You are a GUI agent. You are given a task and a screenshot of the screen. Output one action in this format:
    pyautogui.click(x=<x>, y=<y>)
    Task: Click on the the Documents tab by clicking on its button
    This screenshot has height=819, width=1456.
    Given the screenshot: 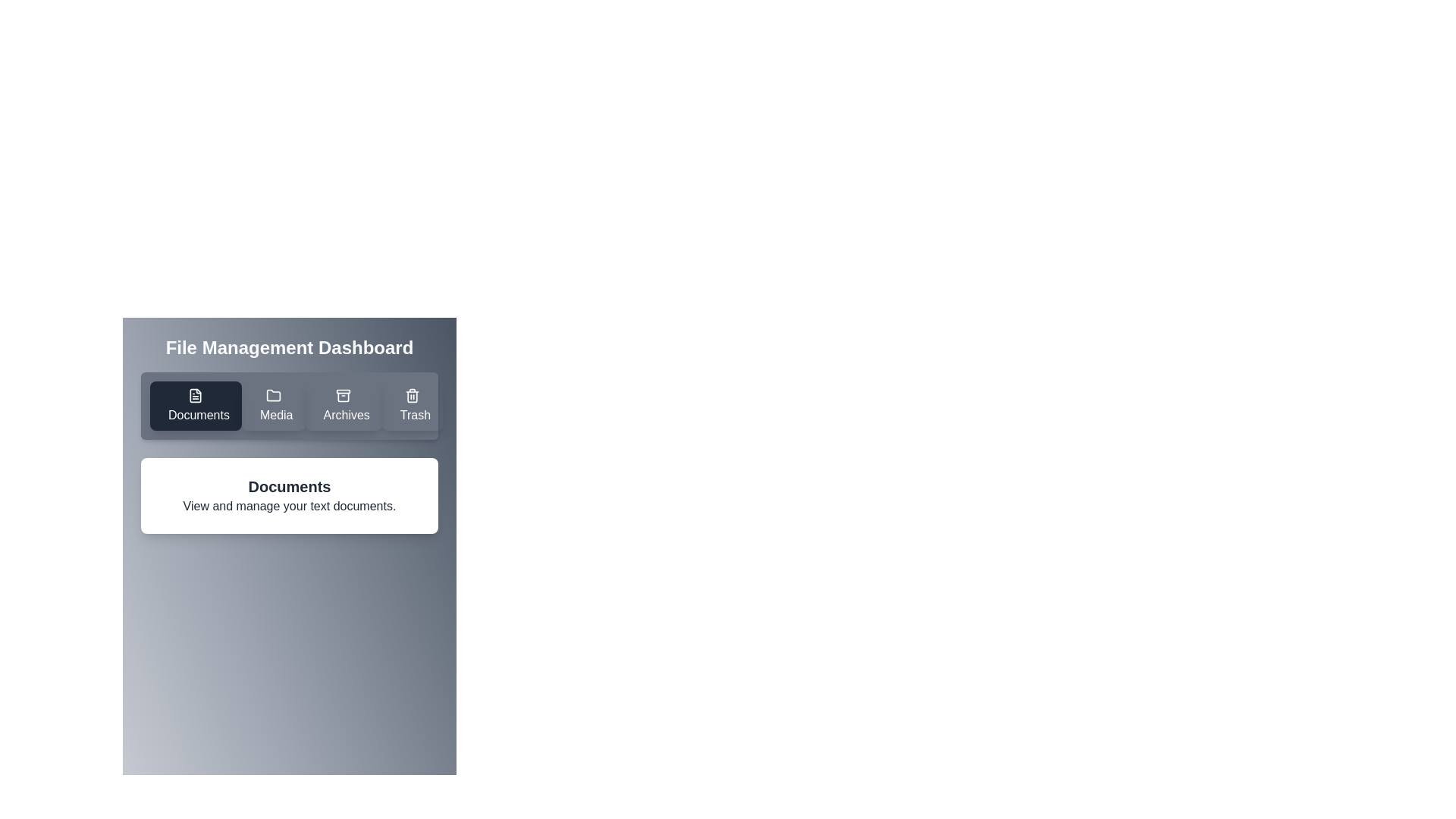 What is the action you would take?
    pyautogui.click(x=195, y=405)
    